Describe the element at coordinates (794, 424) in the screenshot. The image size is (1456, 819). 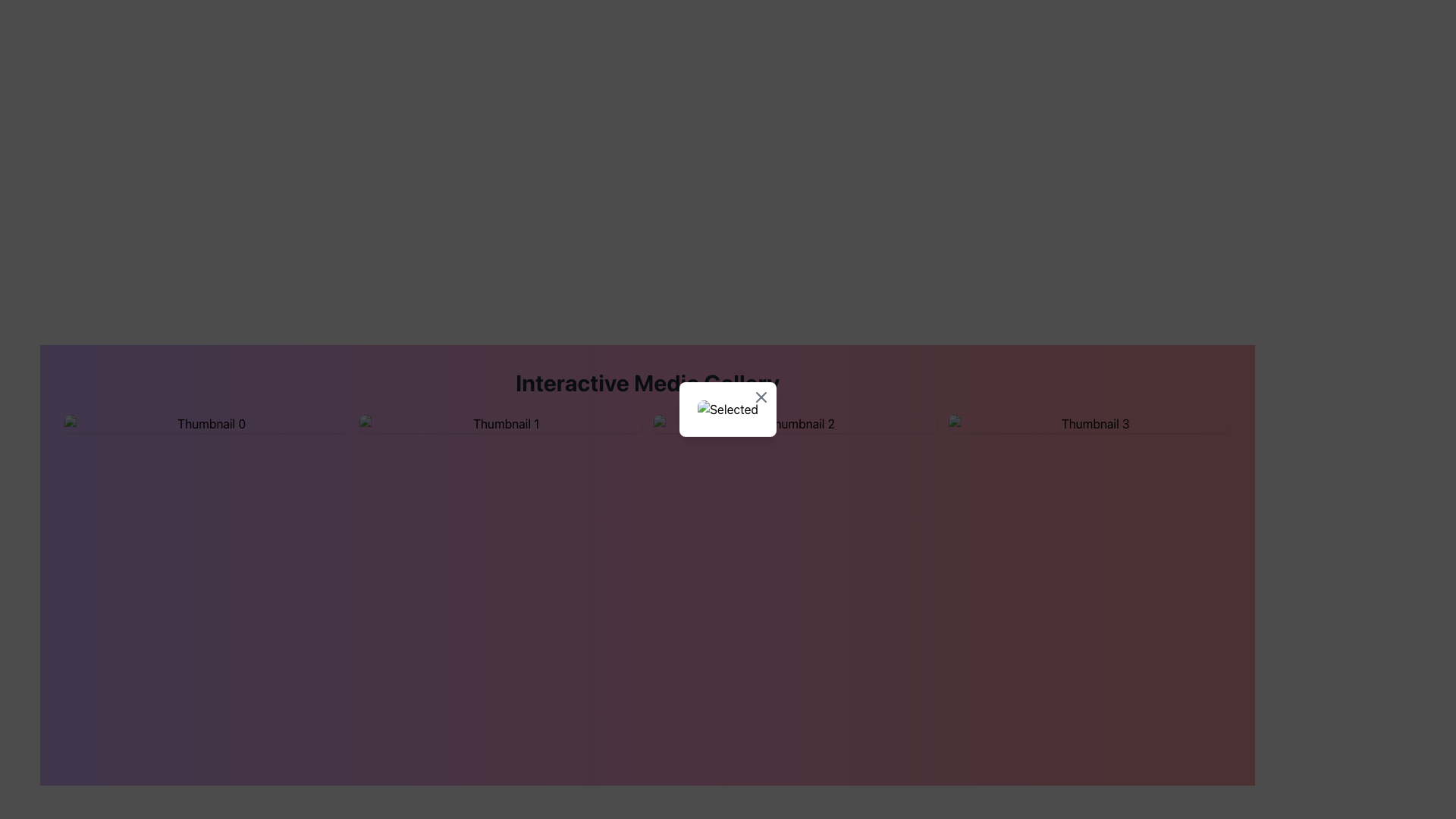
I see `thumbnail labeled 'Thumbnail 2' by clicking on it to view its visual details` at that location.